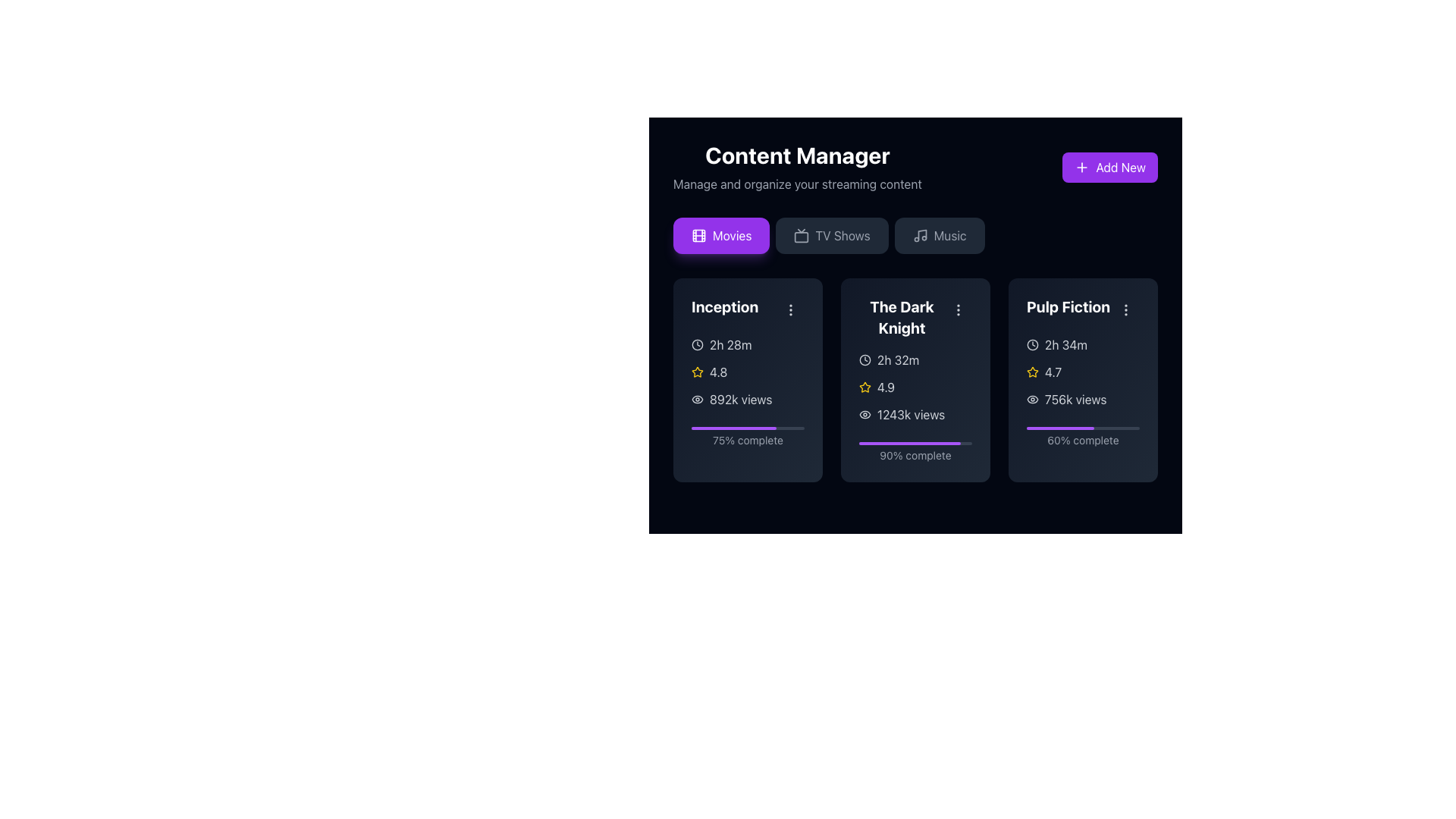 The image size is (1456, 819). What do you see at coordinates (748, 441) in the screenshot?
I see `displayed text of the text label showing '75% complete', which is located below the purple progress bar in the leftmost card labeled 'Inception'` at bounding box center [748, 441].